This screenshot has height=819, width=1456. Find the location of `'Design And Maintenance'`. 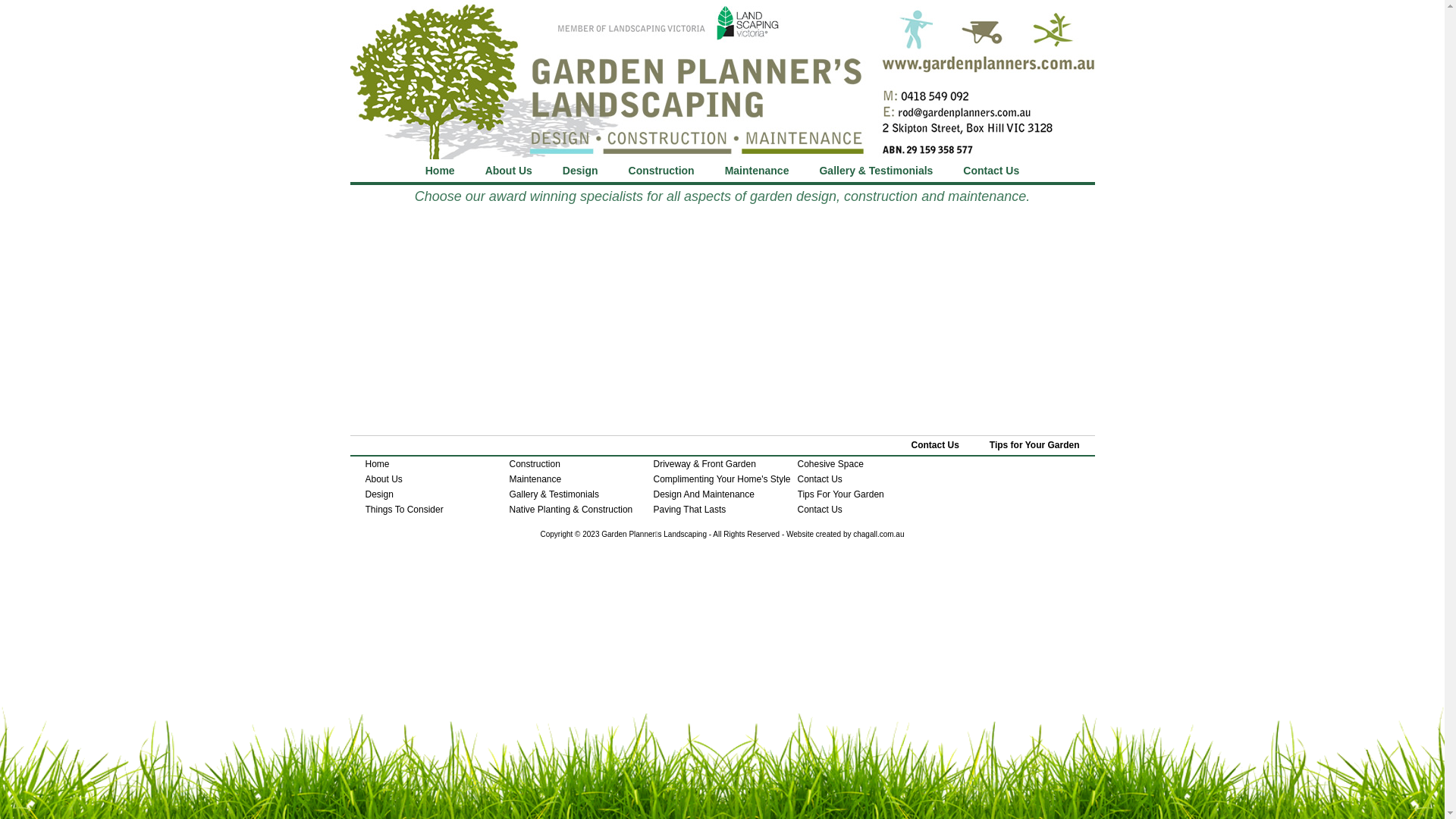

'Design And Maintenance' is located at coordinates (703, 494).